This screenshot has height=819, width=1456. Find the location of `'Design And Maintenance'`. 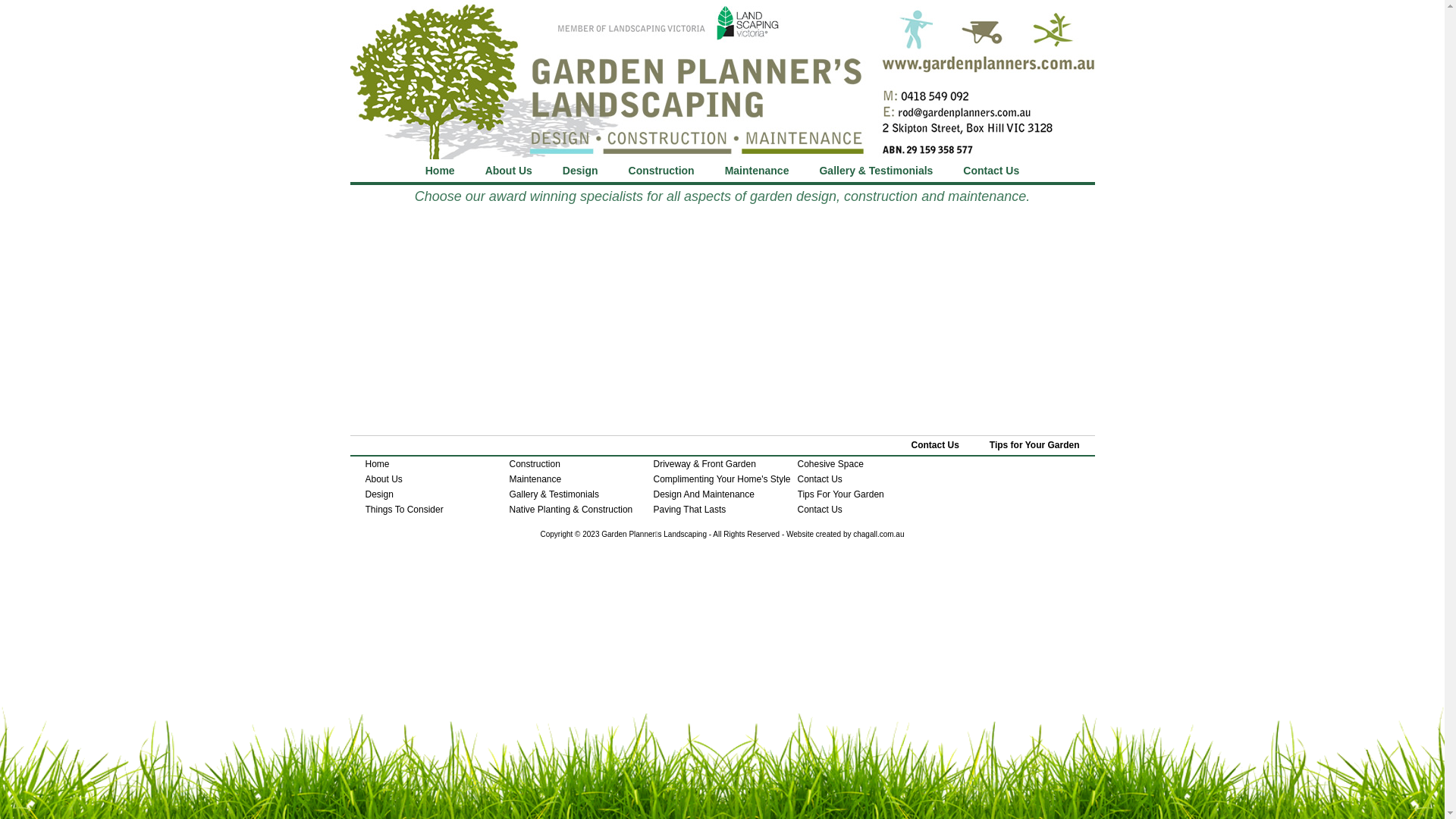

'Design And Maintenance' is located at coordinates (703, 494).